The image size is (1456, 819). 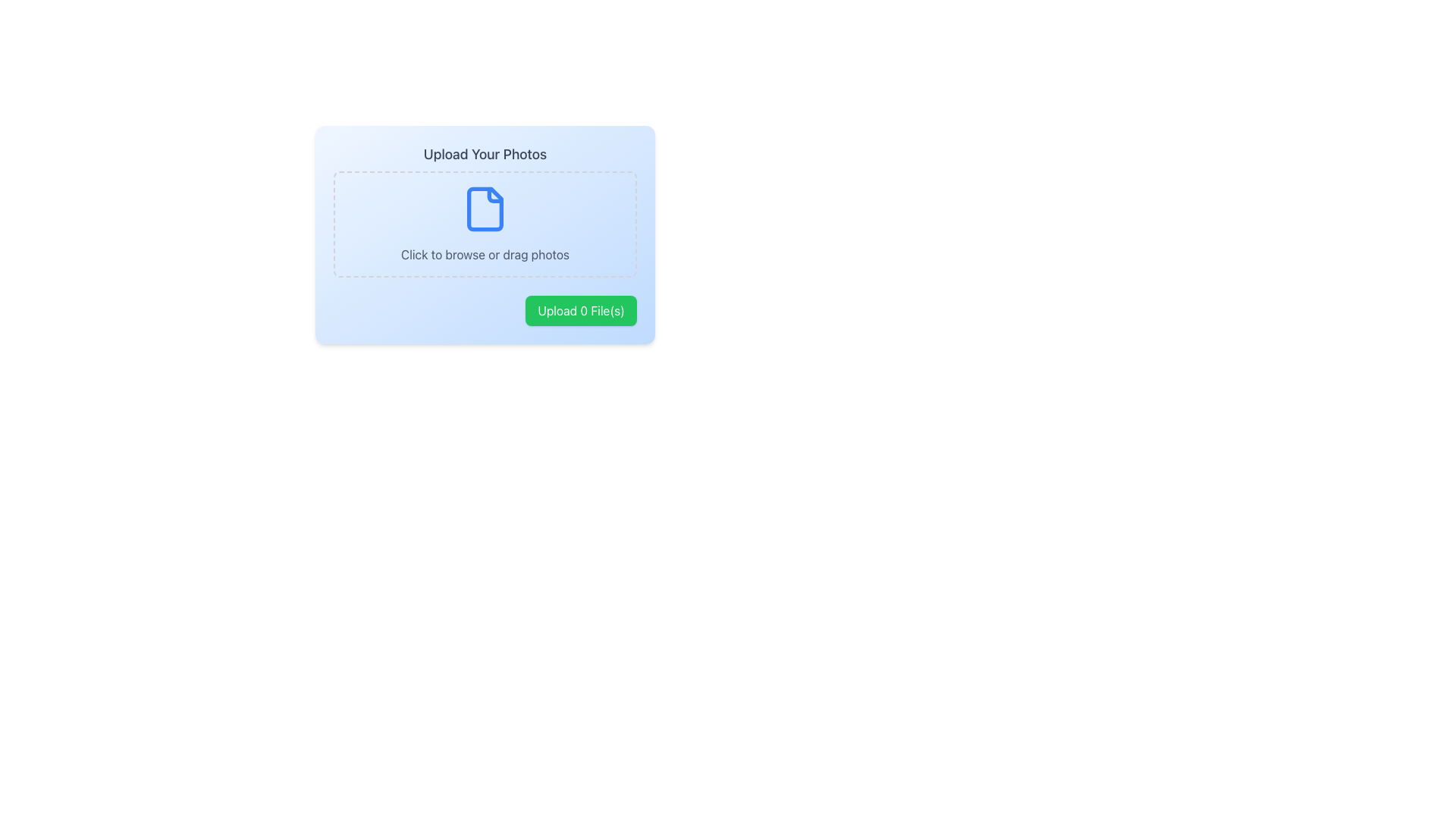 What do you see at coordinates (484, 209) in the screenshot?
I see `the file document icon outlined in blue, centrally placed within the dashed rectangle of the 'Upload Your Photos' layout` at bounding box center [484, 209].